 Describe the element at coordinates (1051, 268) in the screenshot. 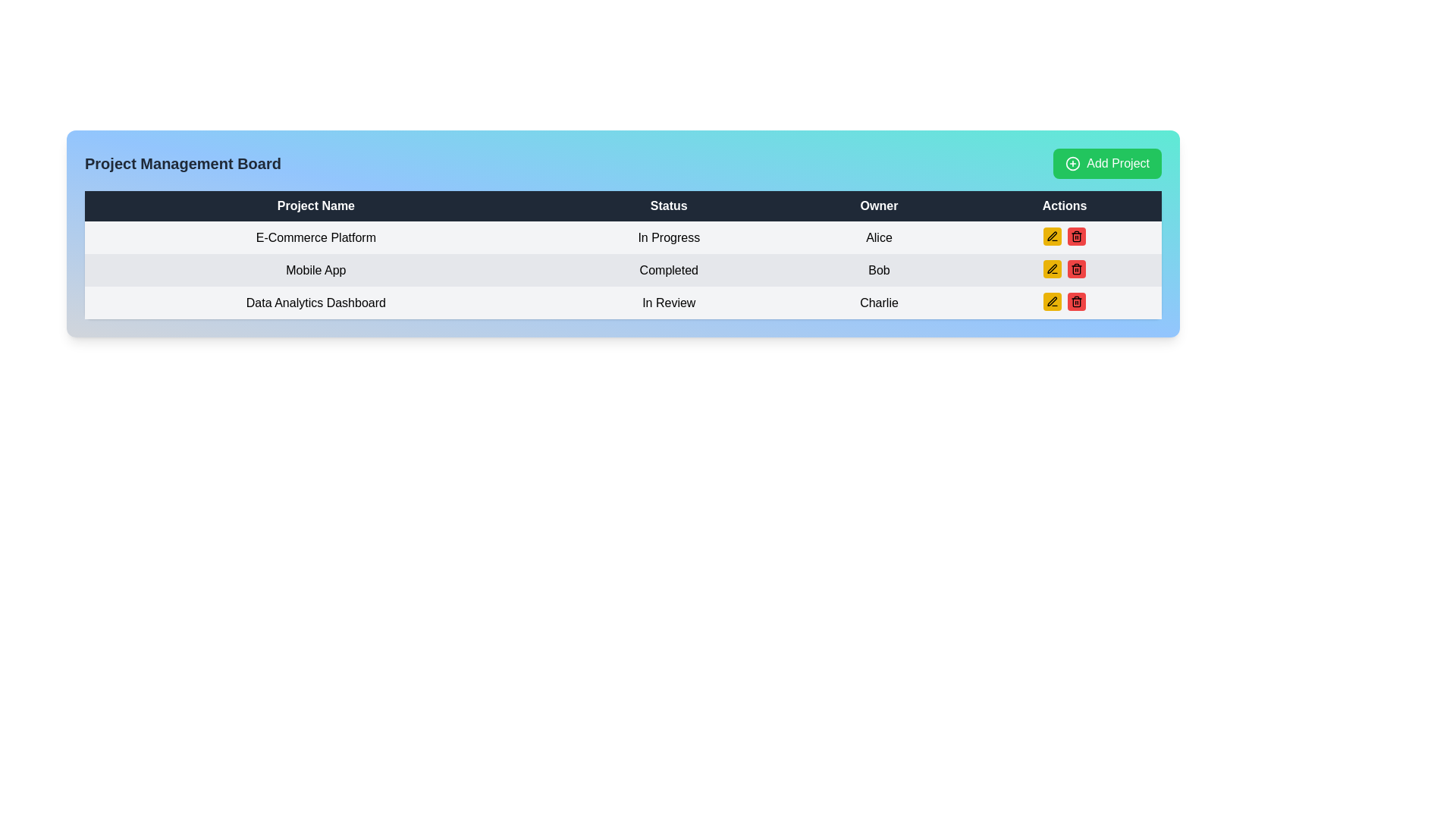

I see `the edit SVG icon, shaped like a pen, within the yellow circular button in the Actions column of the second row for the Mobile App project` at that location.